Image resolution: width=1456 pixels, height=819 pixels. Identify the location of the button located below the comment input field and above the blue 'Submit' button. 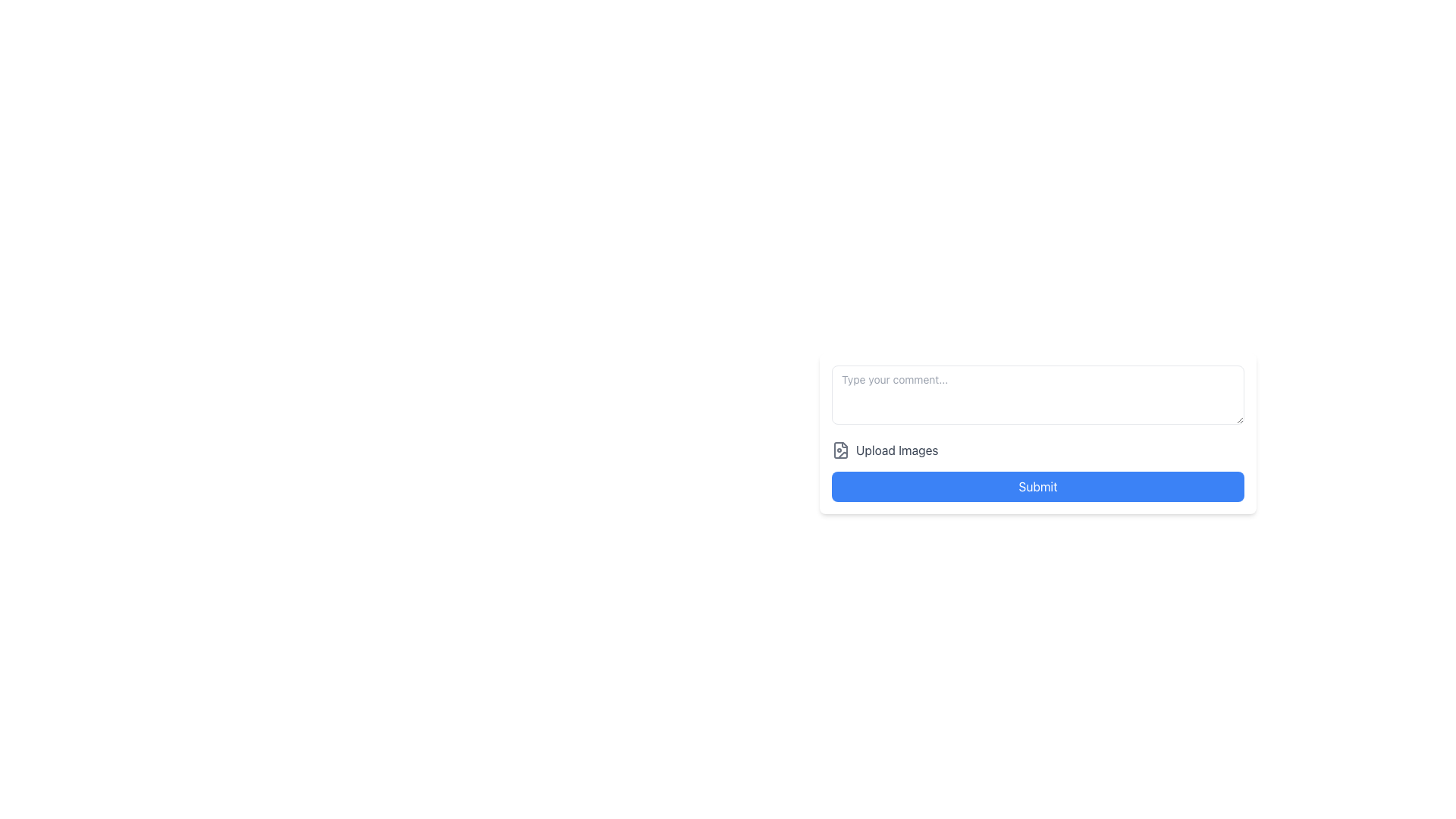
(1037, 450).